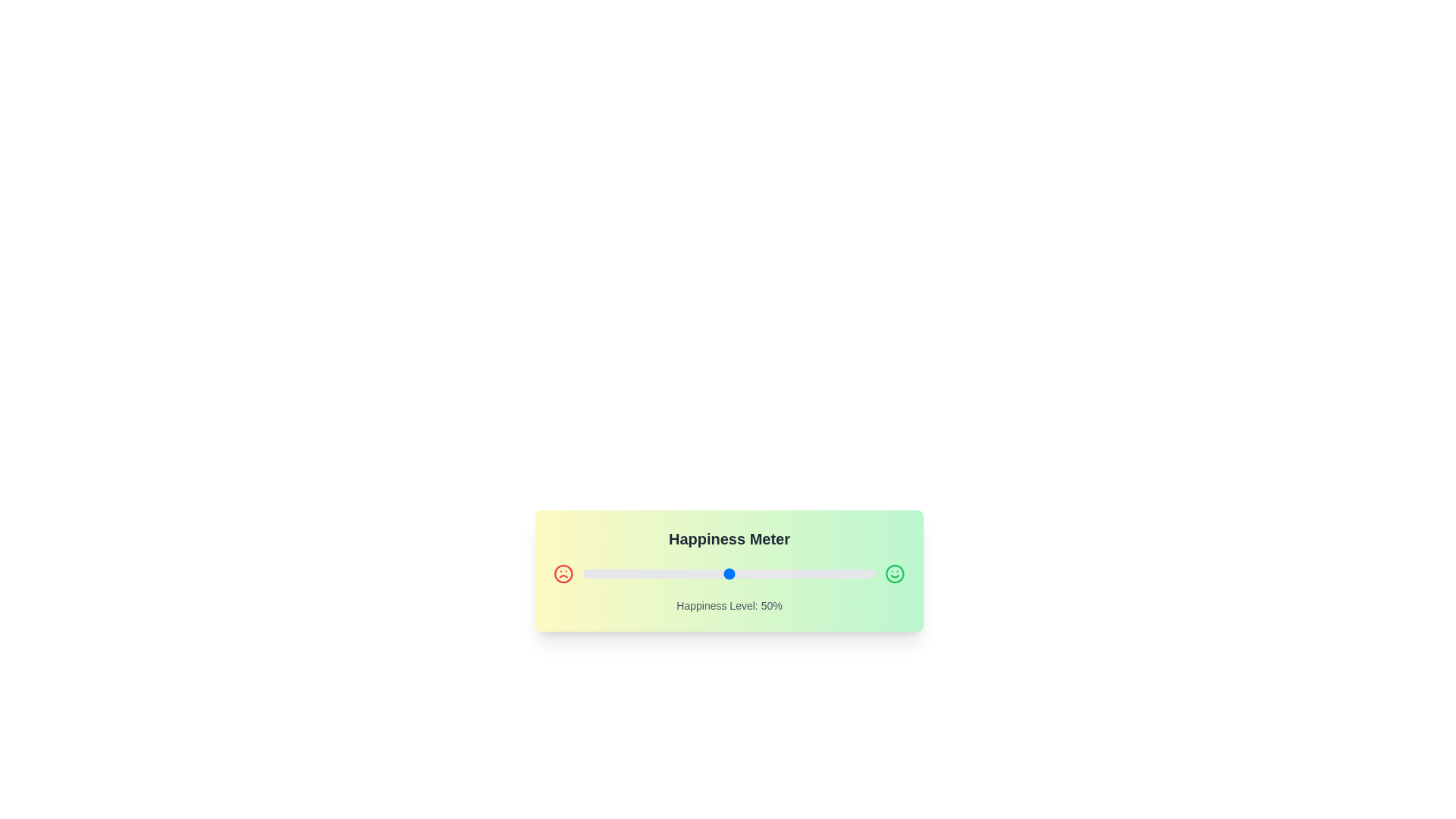 This screenshot has height=819, width=1456. I want to click on the slider to set the happiness level to 30%, so click(670, 573).